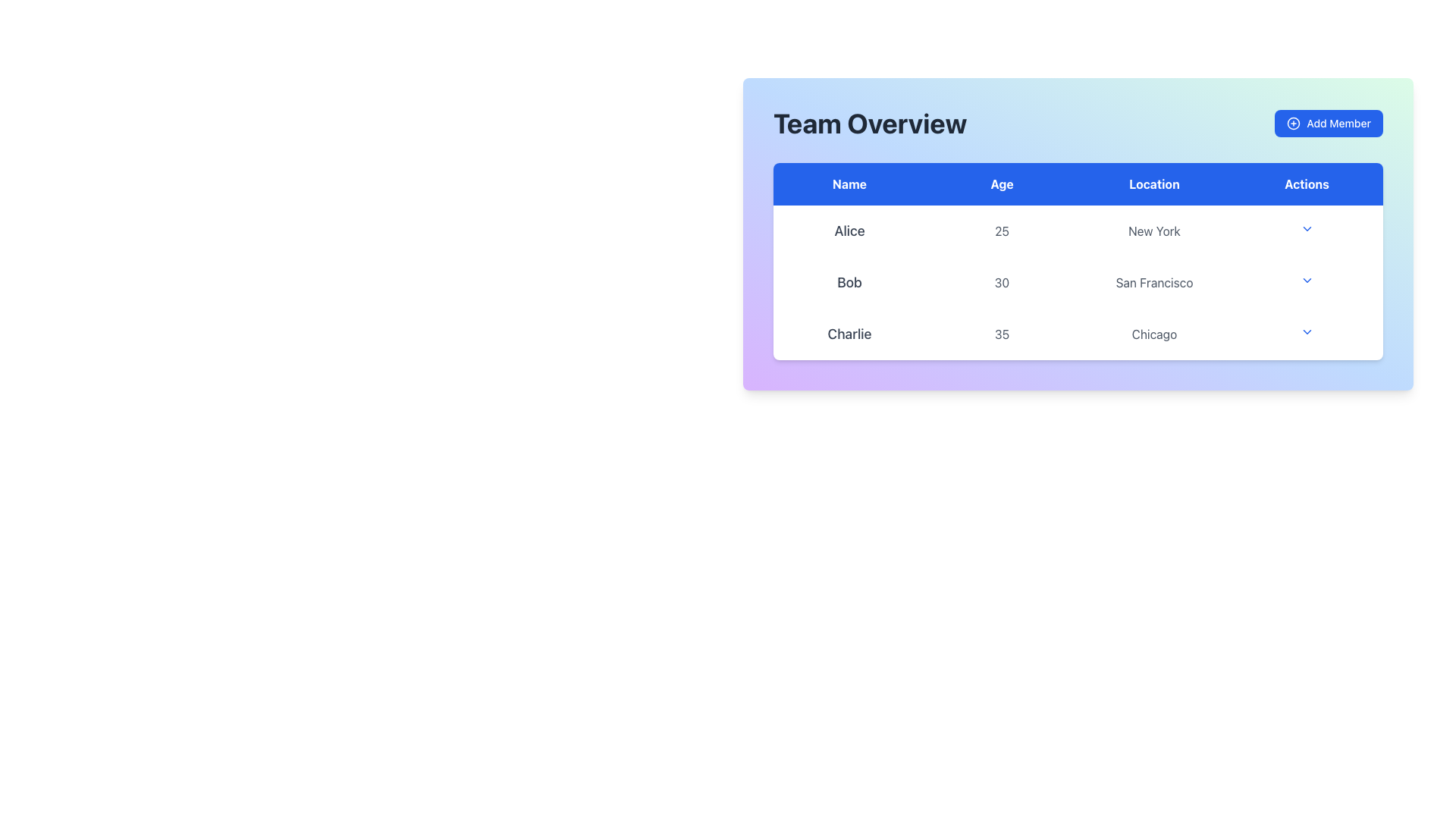 The image size is (1456, 819). I want to click on the blue rectangular header section labeled 'Actions', which is the fourth and last column header in a grid layout at the top of a table, so click(1306, 184).